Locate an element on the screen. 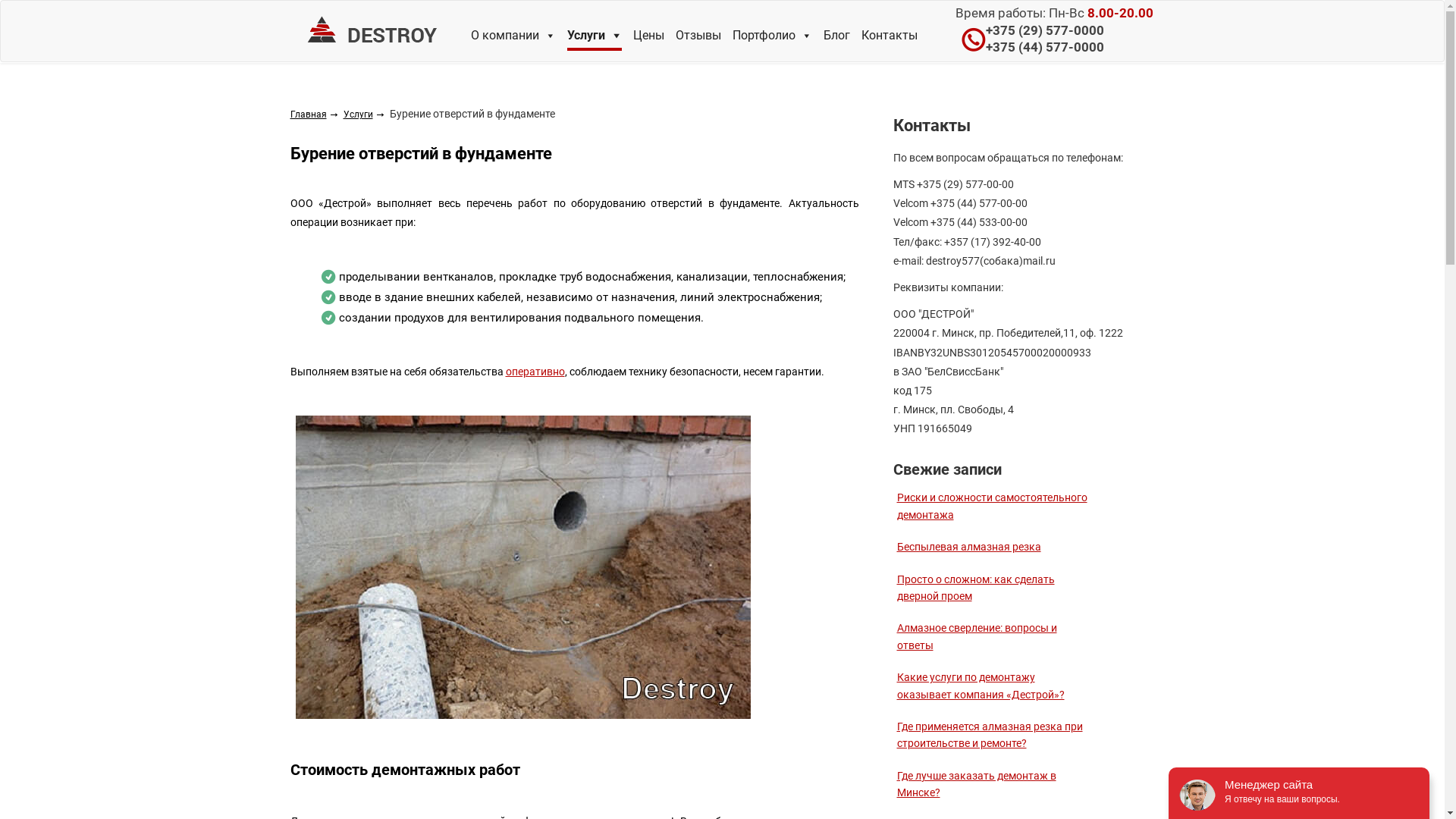  '+375 (44) 577-0000' is located at coordinates (1043, 45).